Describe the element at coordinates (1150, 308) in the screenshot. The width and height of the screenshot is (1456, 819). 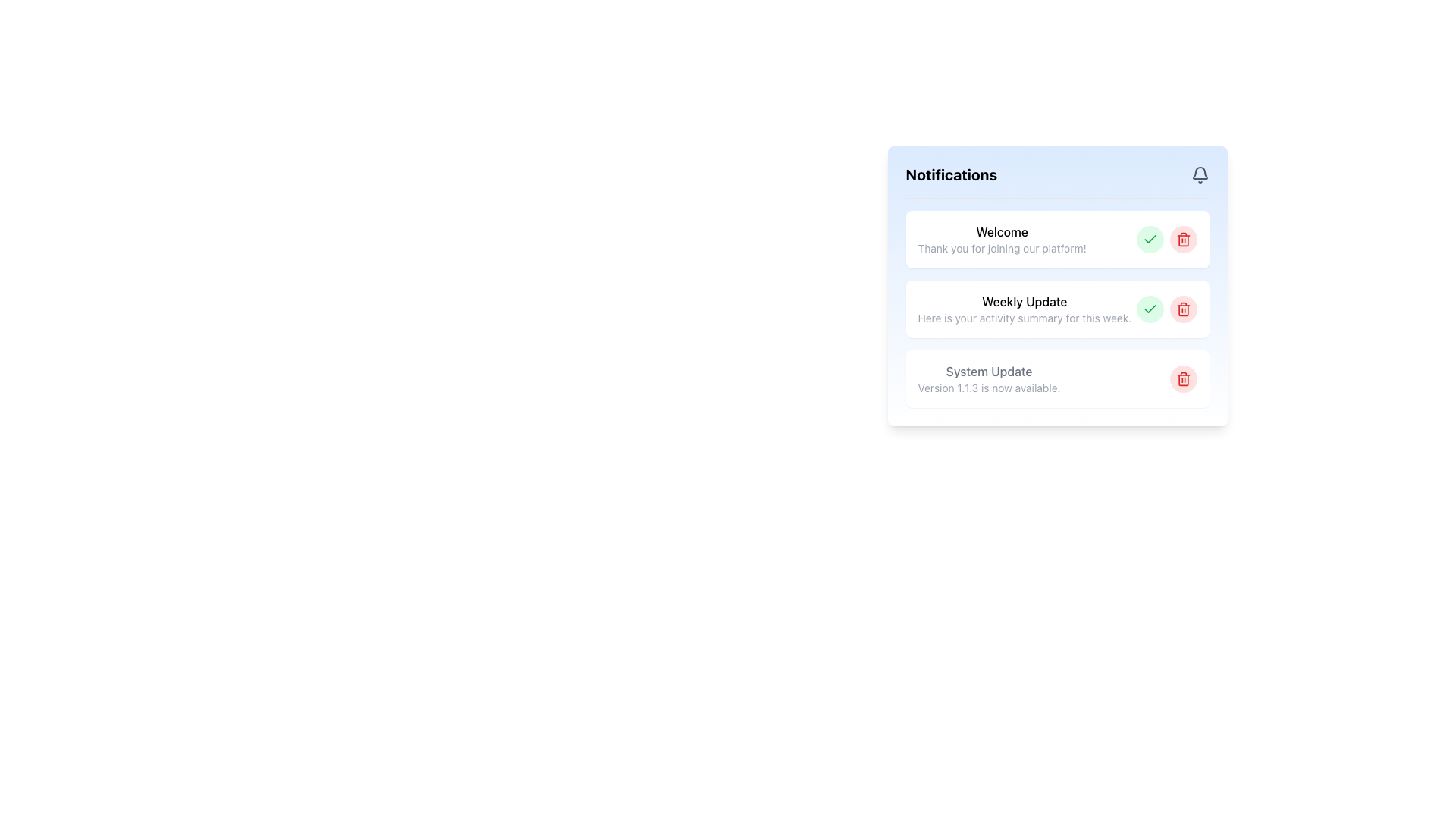
I see `the green checkmark icon in the first notification entry` at that location.